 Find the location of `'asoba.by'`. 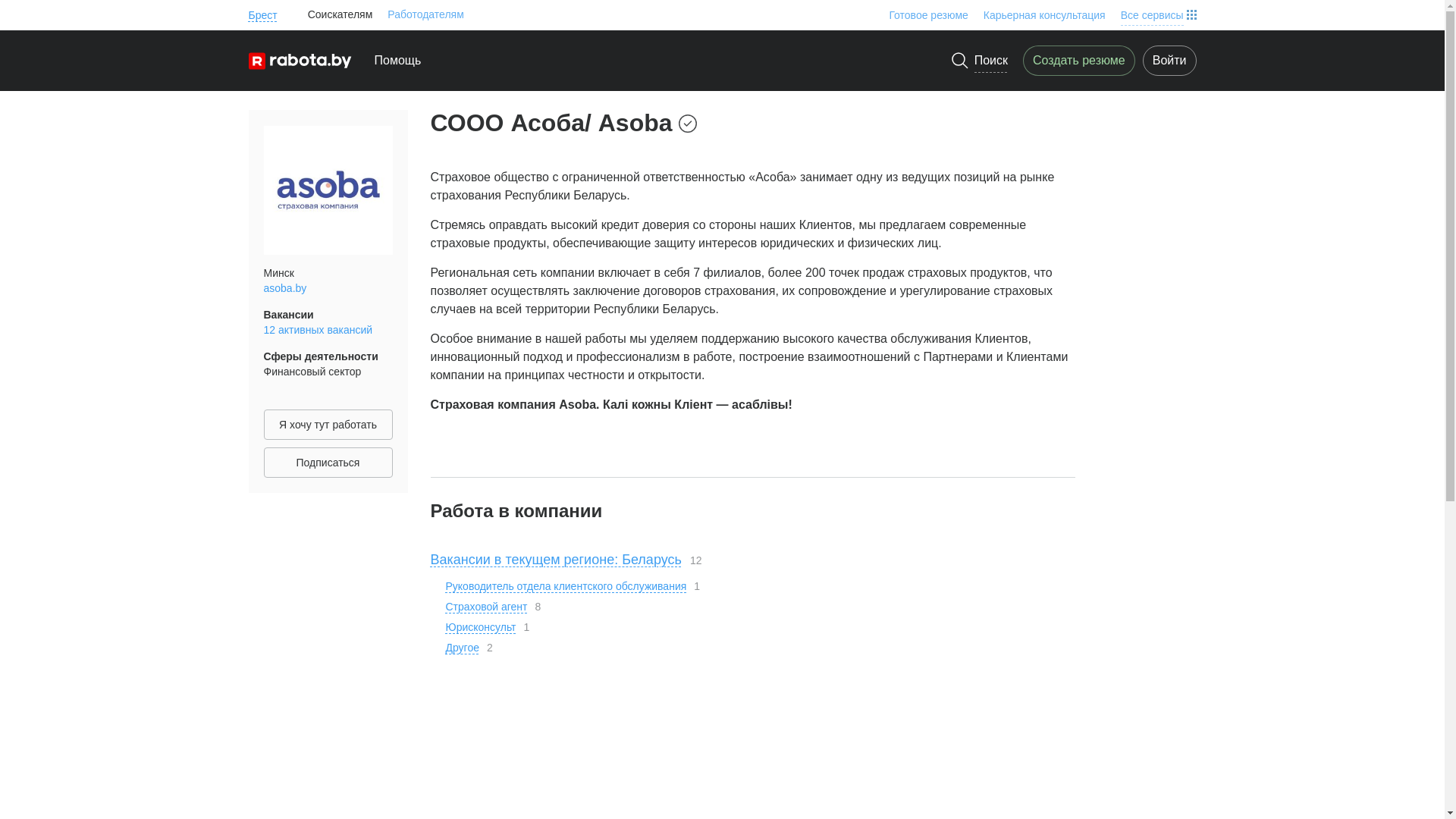

'asoba.by' is located at coordinates (285, 288).